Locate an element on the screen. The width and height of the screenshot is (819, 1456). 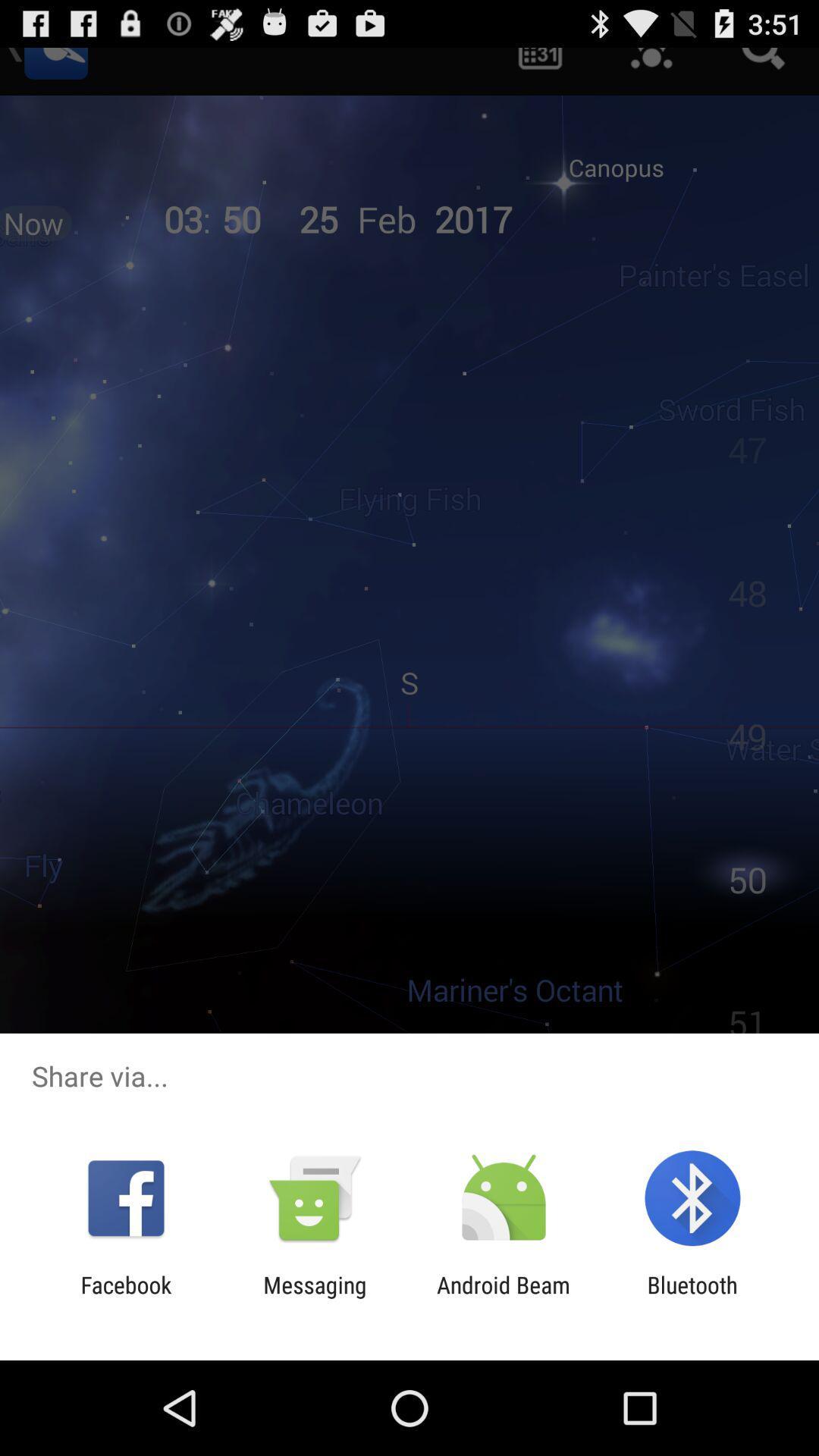
the app to the left of the android beam item is located at coordinates (314, 1298).